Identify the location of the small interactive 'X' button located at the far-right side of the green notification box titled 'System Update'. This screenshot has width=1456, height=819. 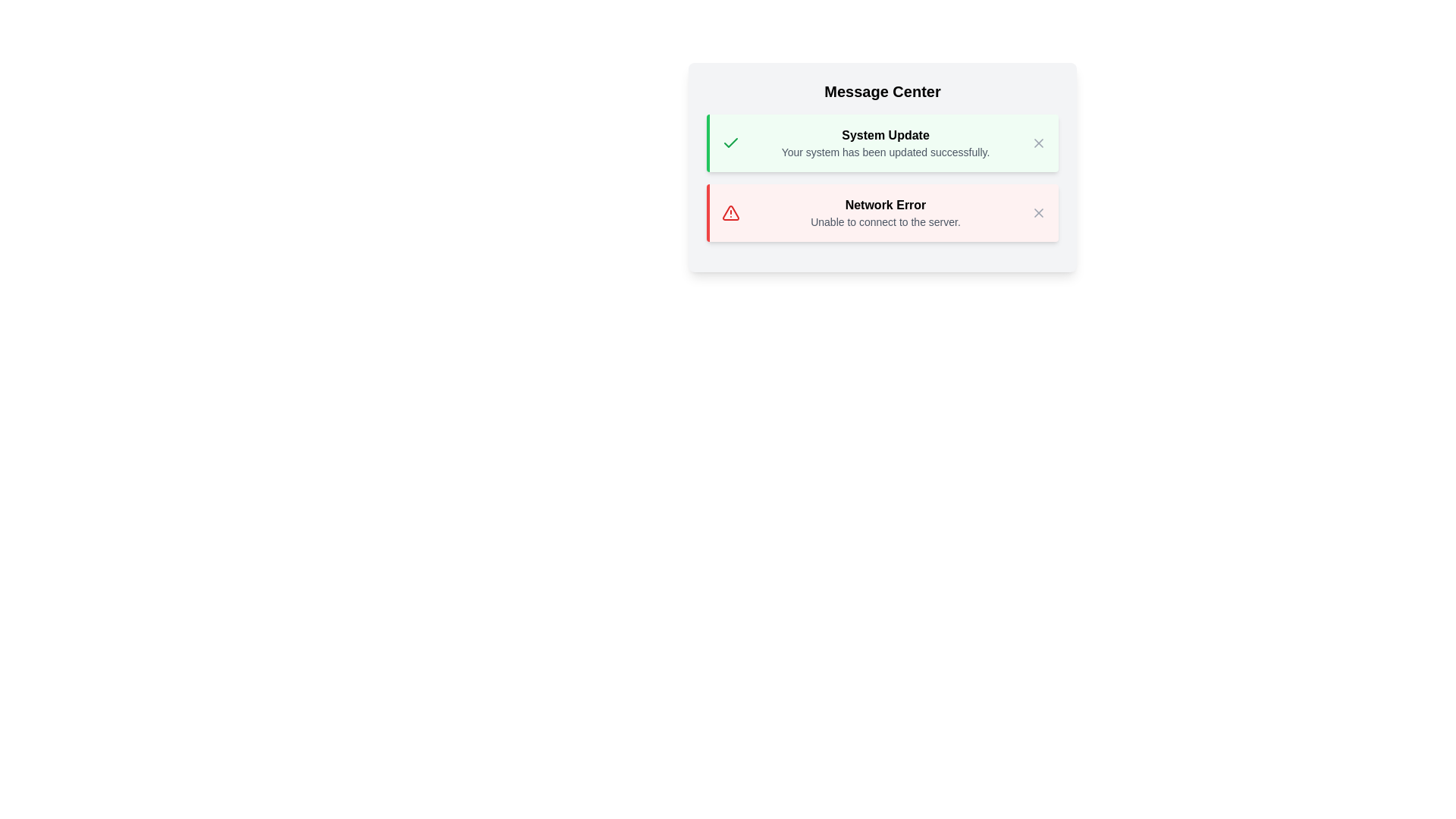
(1037, 143).